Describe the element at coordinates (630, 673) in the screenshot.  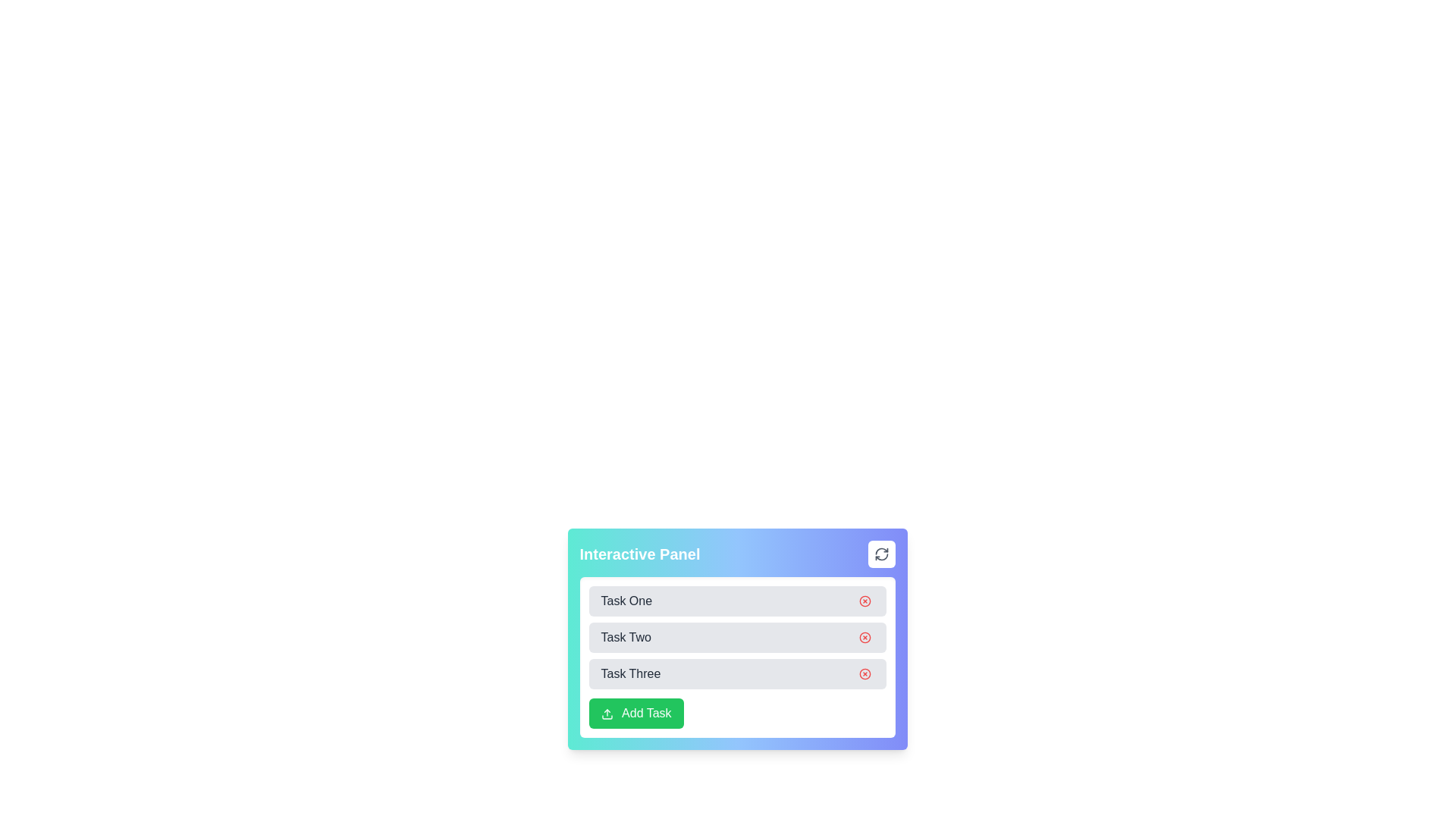
I see `text of the Text Label representing the third task in the list, which is located below 'Task Two' and above the 'Add Task' button in the 'Interactive Panel'` at that location.